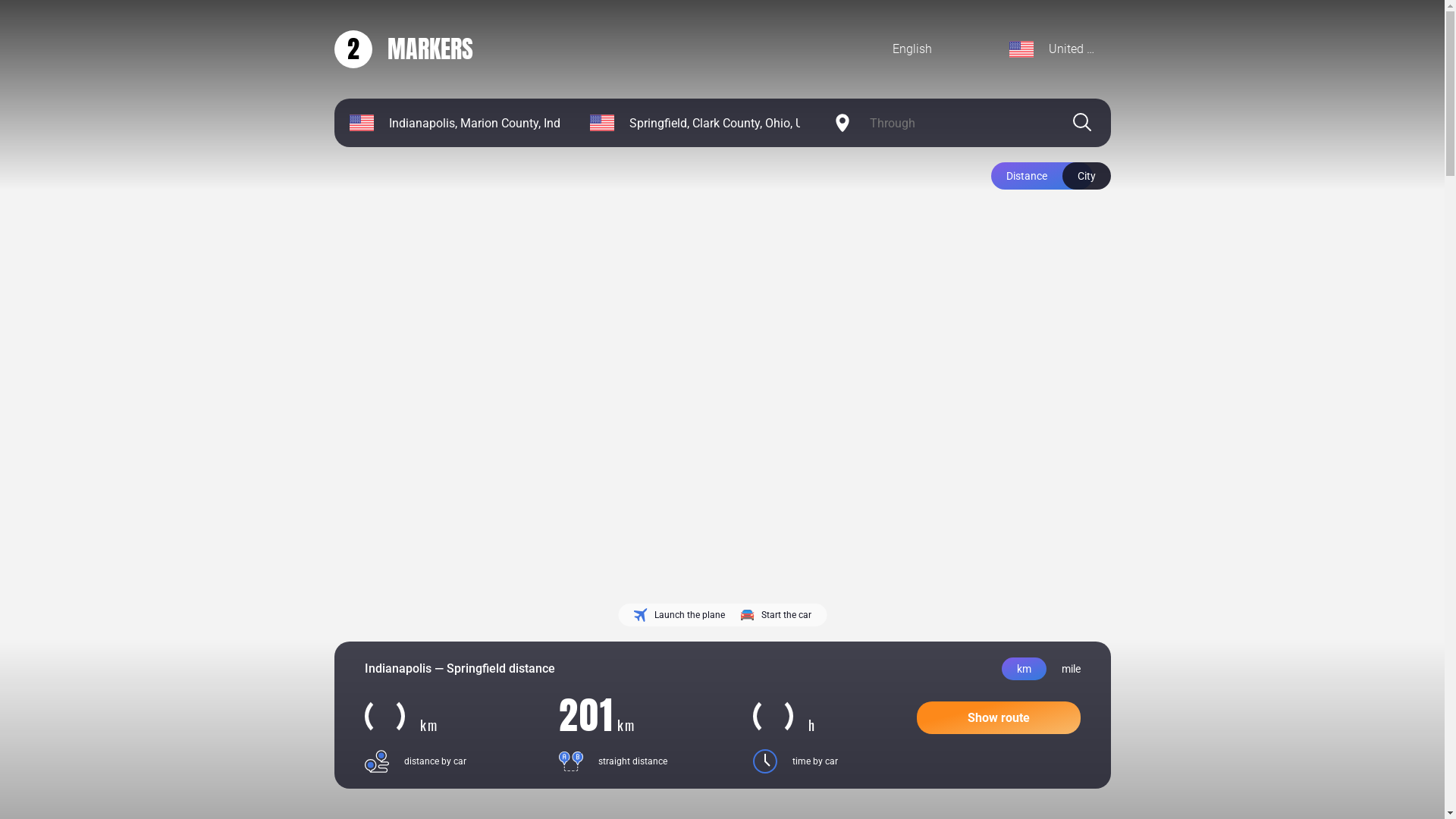  What do you see at coordinates (877, 49) in the screenshot?
I see `'English'` at bounding box center [877, 49].